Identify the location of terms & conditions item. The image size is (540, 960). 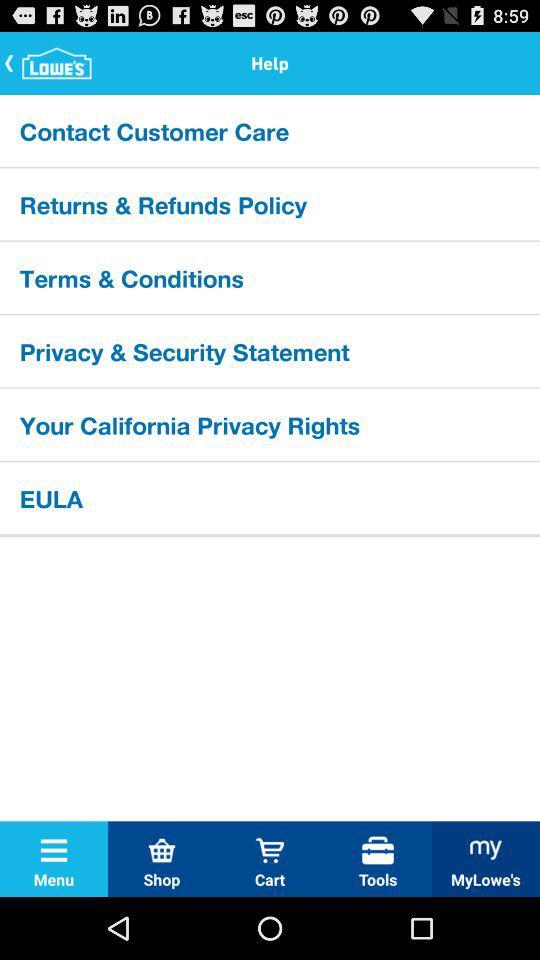
(270, 276).